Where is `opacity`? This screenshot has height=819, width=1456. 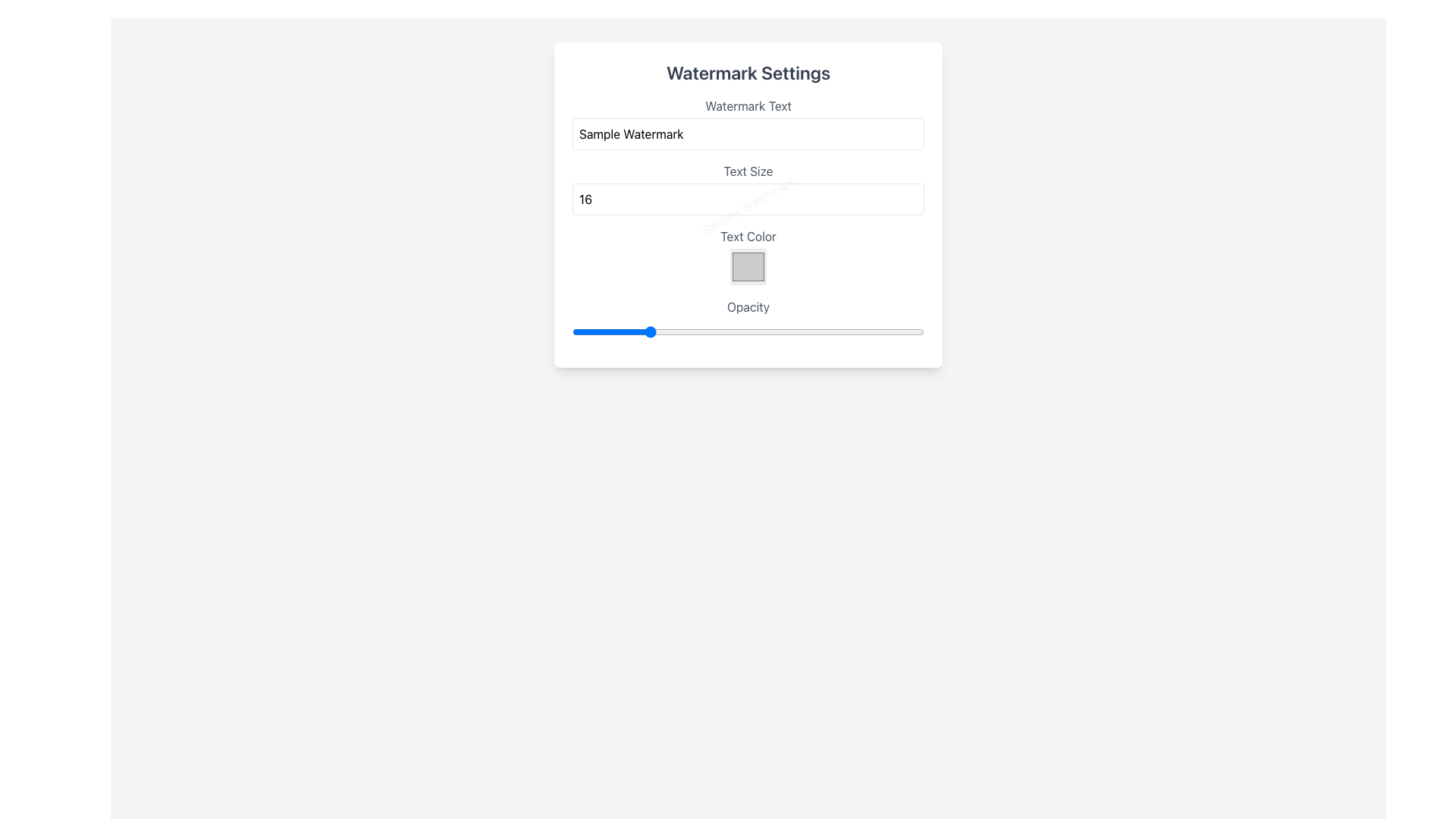
opacity is located at coordinates (571, 331).